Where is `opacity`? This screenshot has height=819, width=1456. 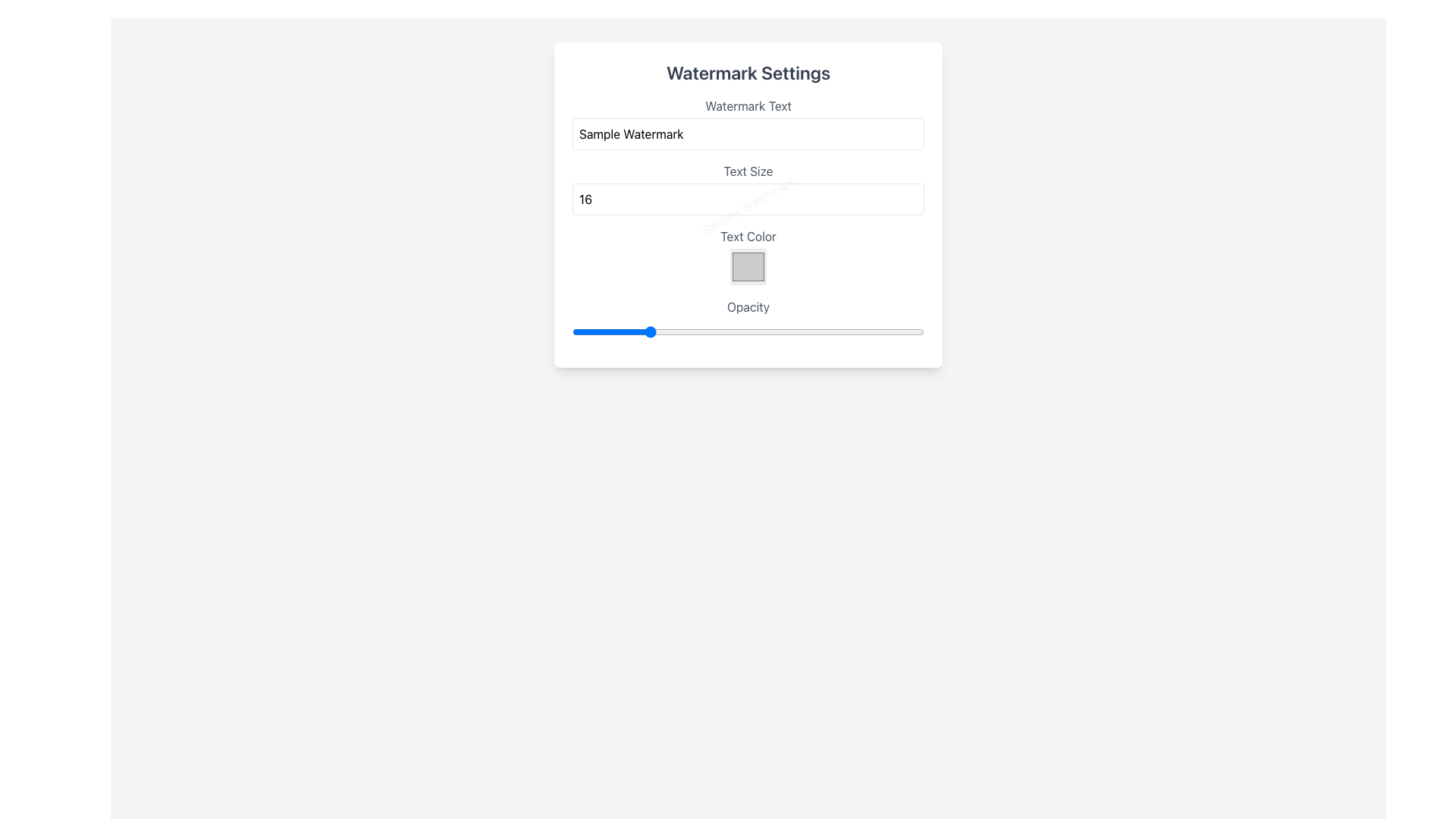
opacity is located at coordinates (571, 331).